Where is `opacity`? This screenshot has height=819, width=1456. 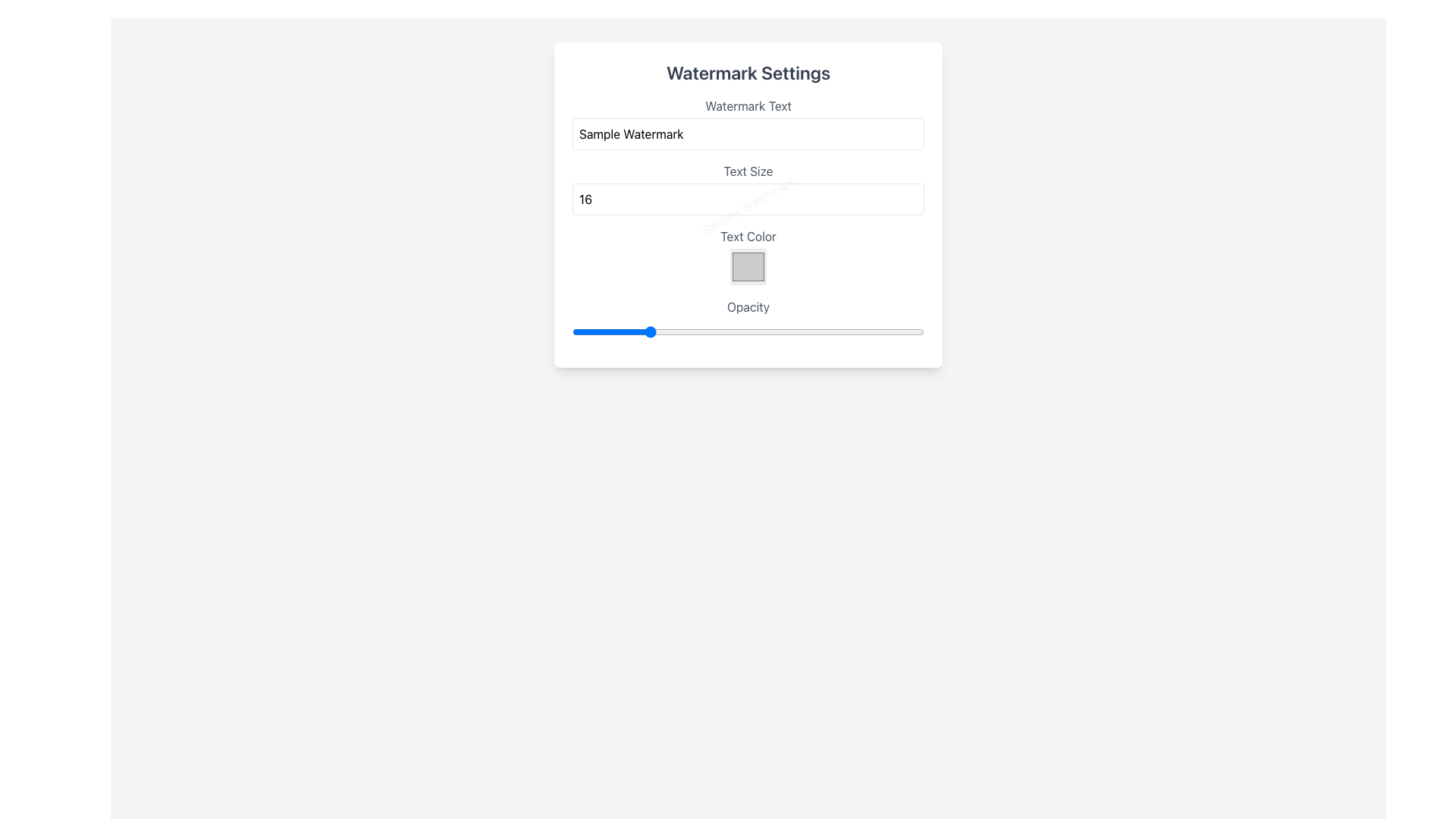
opacity is located at coordinates (571, 331).